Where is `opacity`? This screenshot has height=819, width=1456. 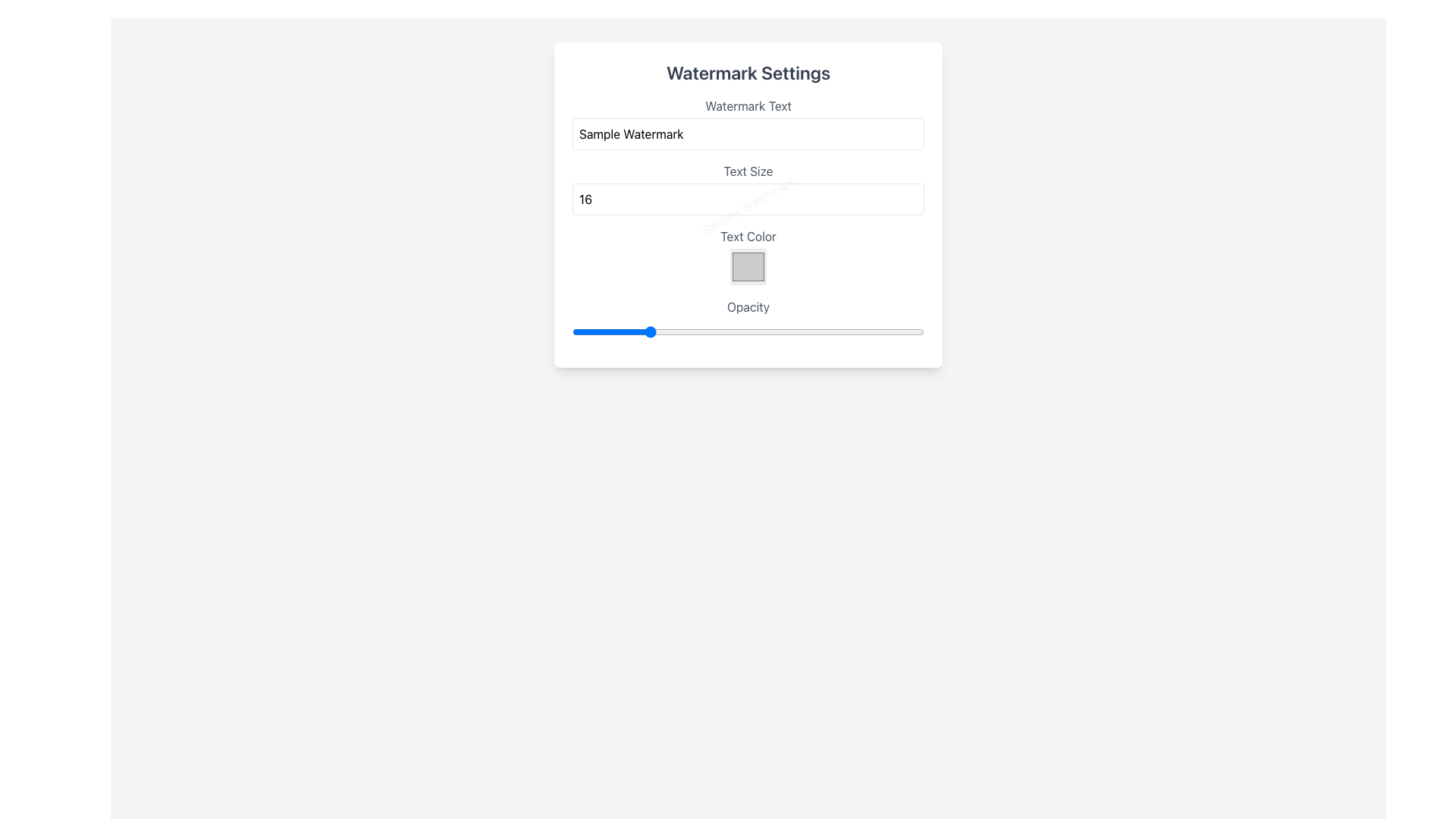
opacity is located at coordinates (571, 331).